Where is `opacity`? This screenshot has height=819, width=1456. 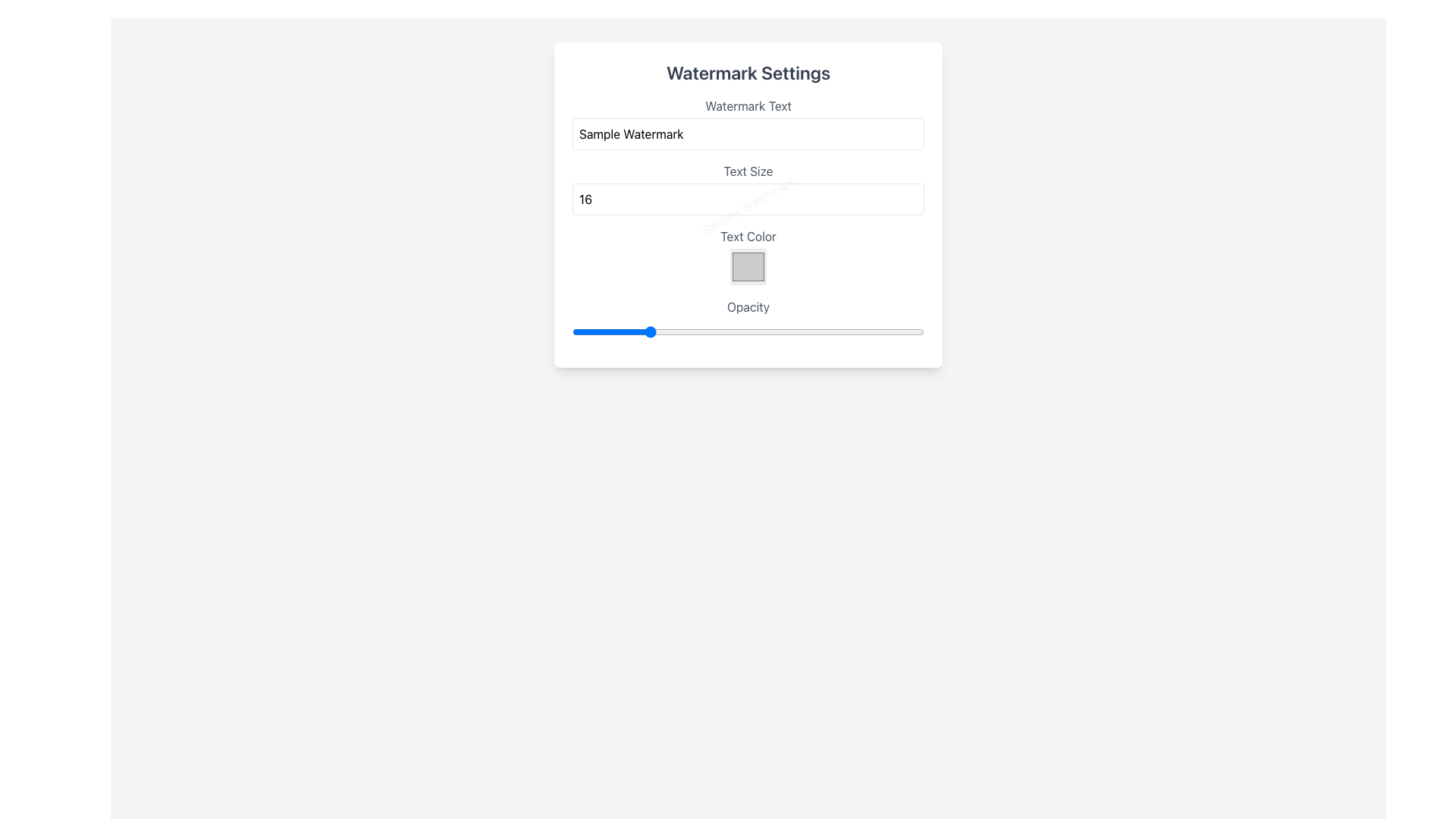
opacity is located at coordinates (571, 331).